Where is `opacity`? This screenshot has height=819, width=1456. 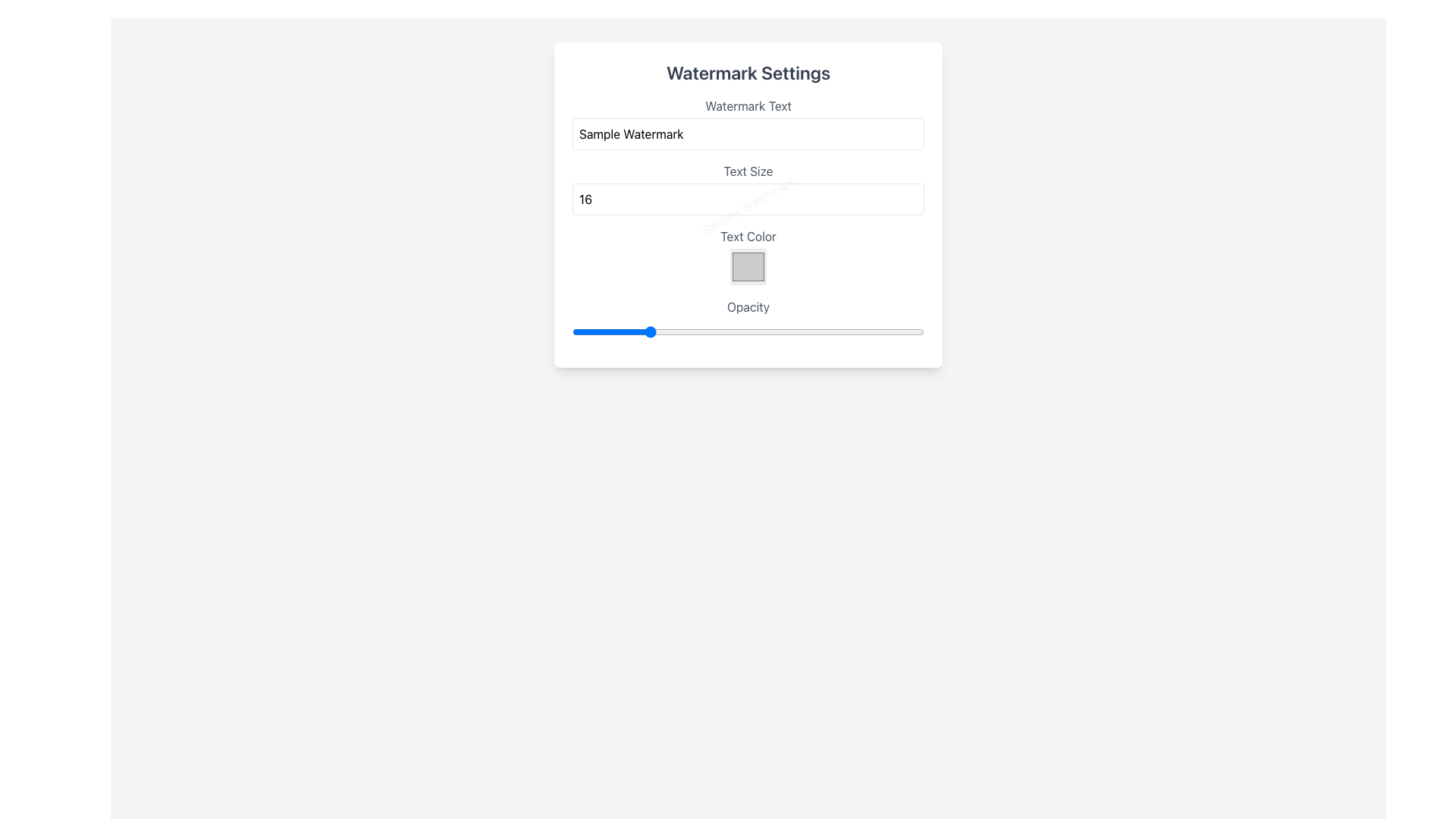
opacity is located at coordinates (571, 331).